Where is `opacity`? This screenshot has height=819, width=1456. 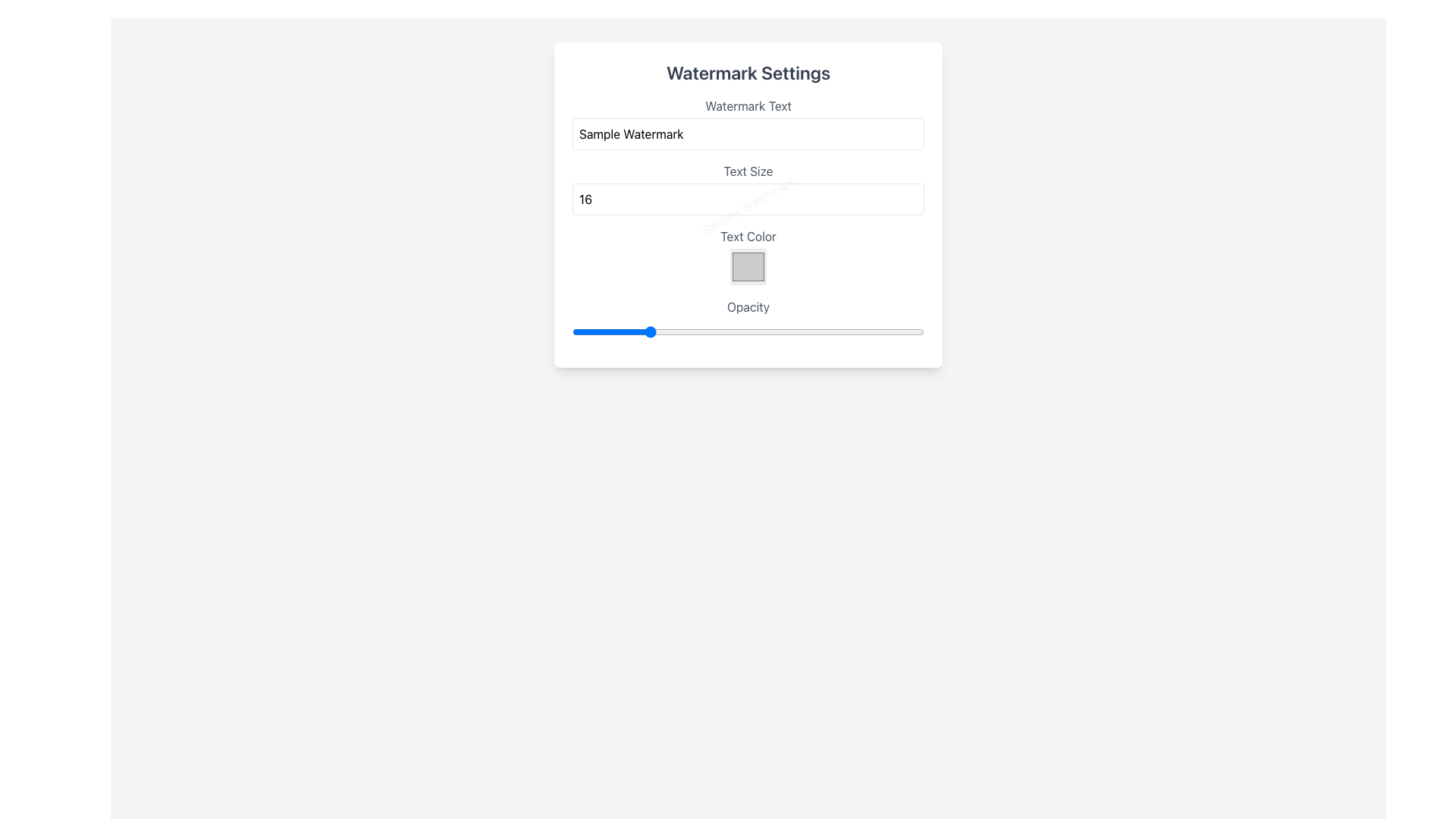
opacity is located at coordinates (571, 331).